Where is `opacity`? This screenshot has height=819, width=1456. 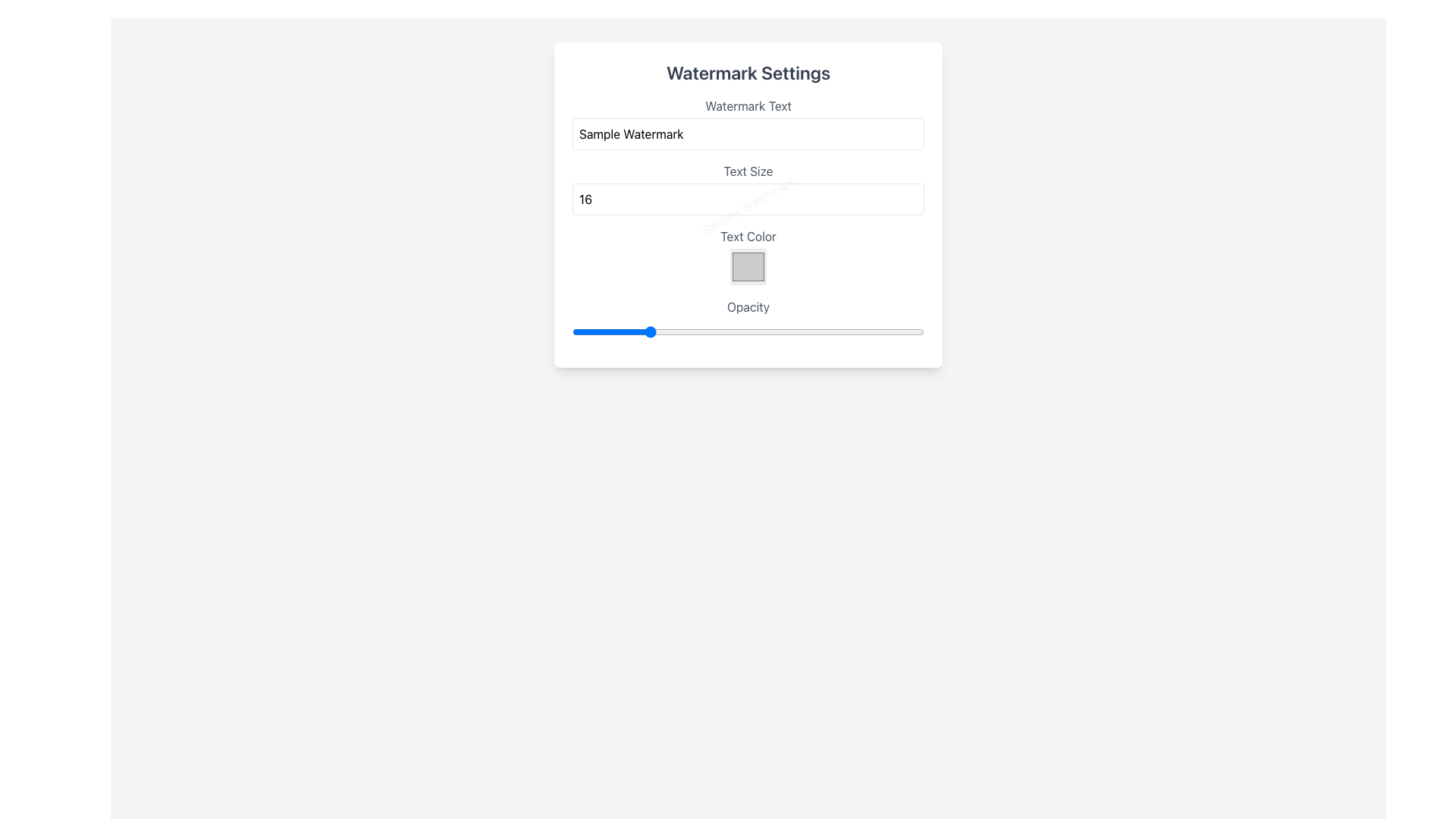
opacity is located at coordinates (571, 331).